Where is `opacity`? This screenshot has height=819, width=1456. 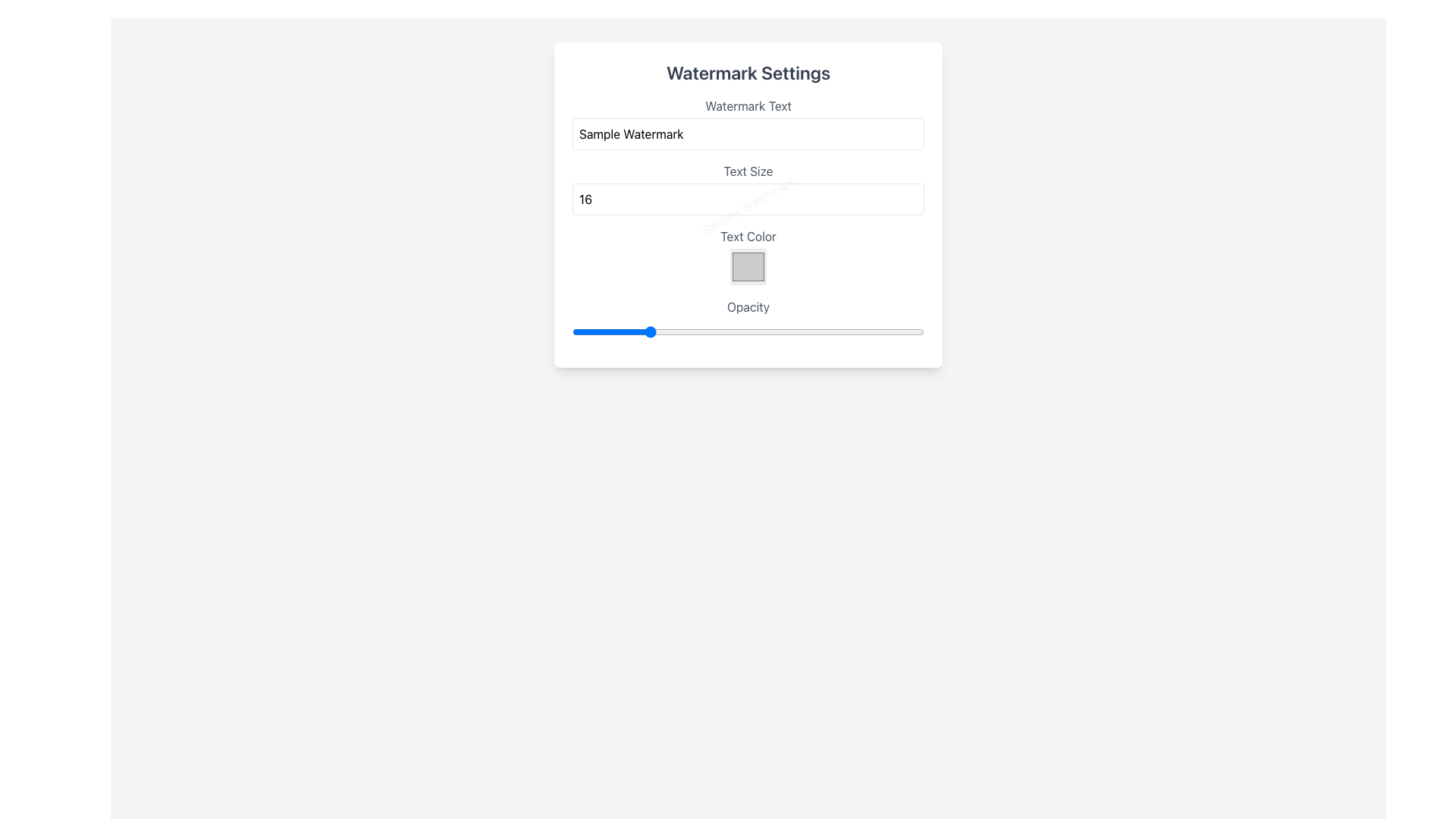
opacity is located at coordinates (571, 331).